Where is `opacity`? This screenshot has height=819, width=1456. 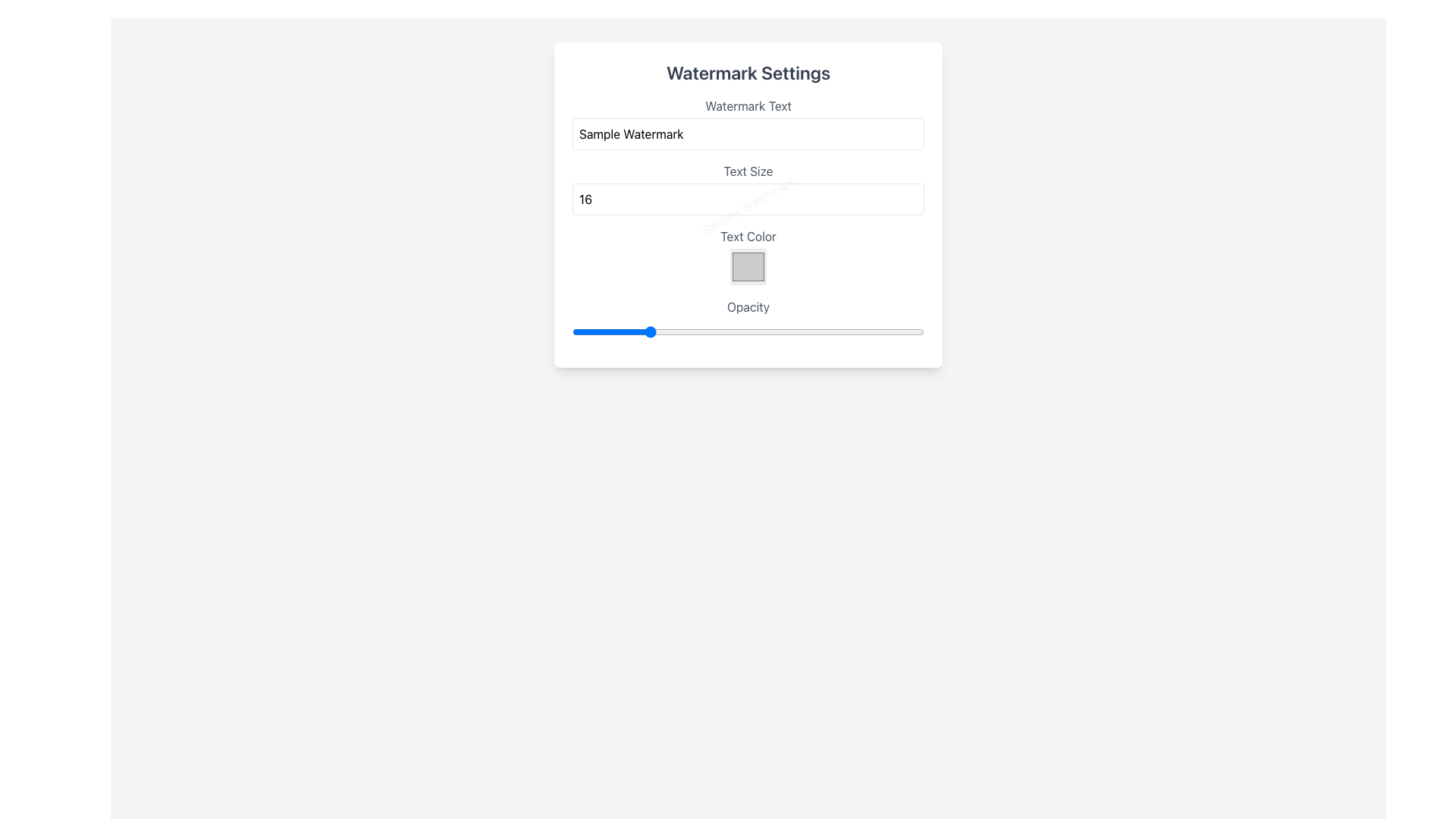
opacity is located at coordinates (571, 331).